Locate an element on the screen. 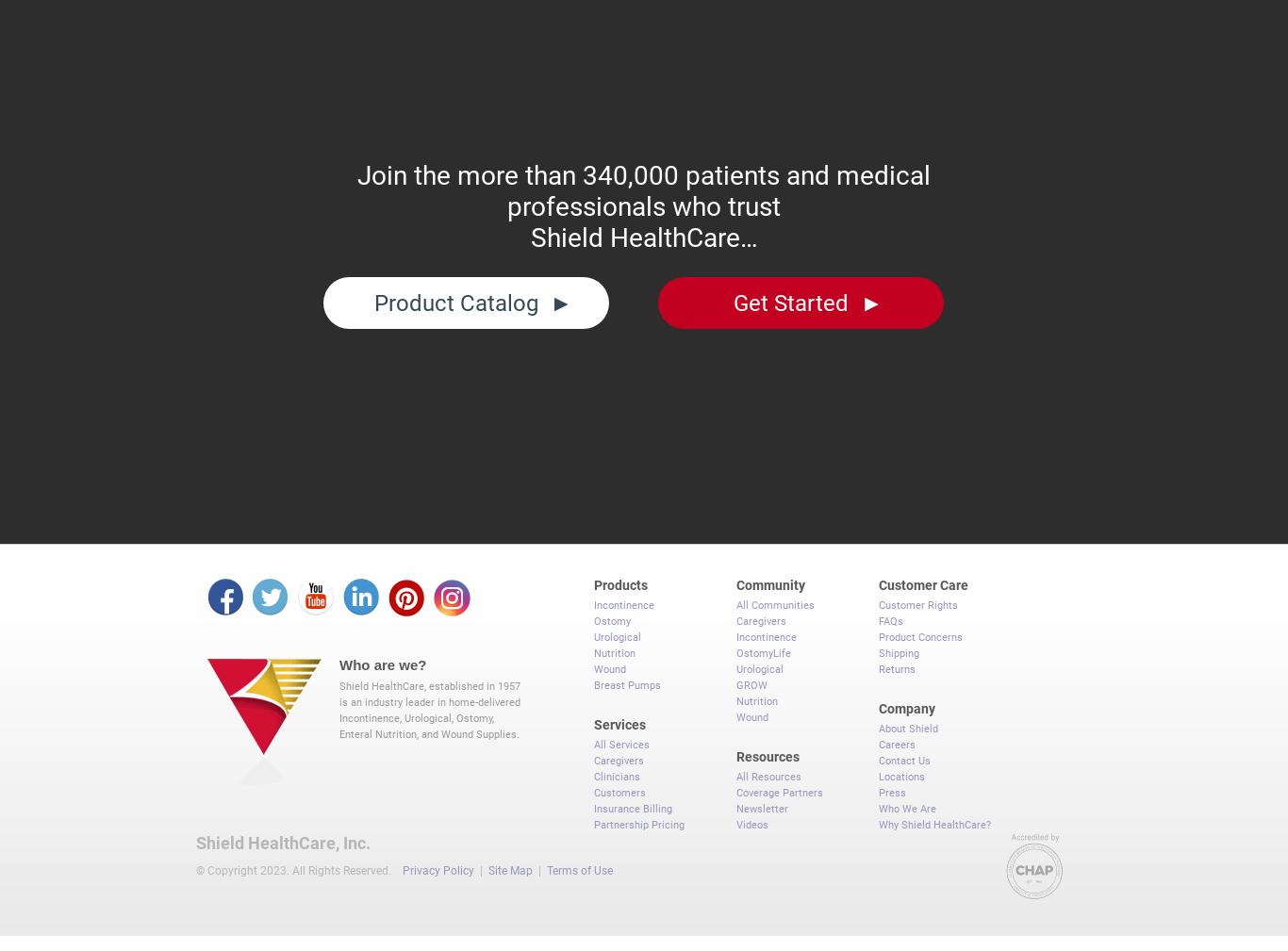  'Customer Rights' is located at coordinates (879, 596).